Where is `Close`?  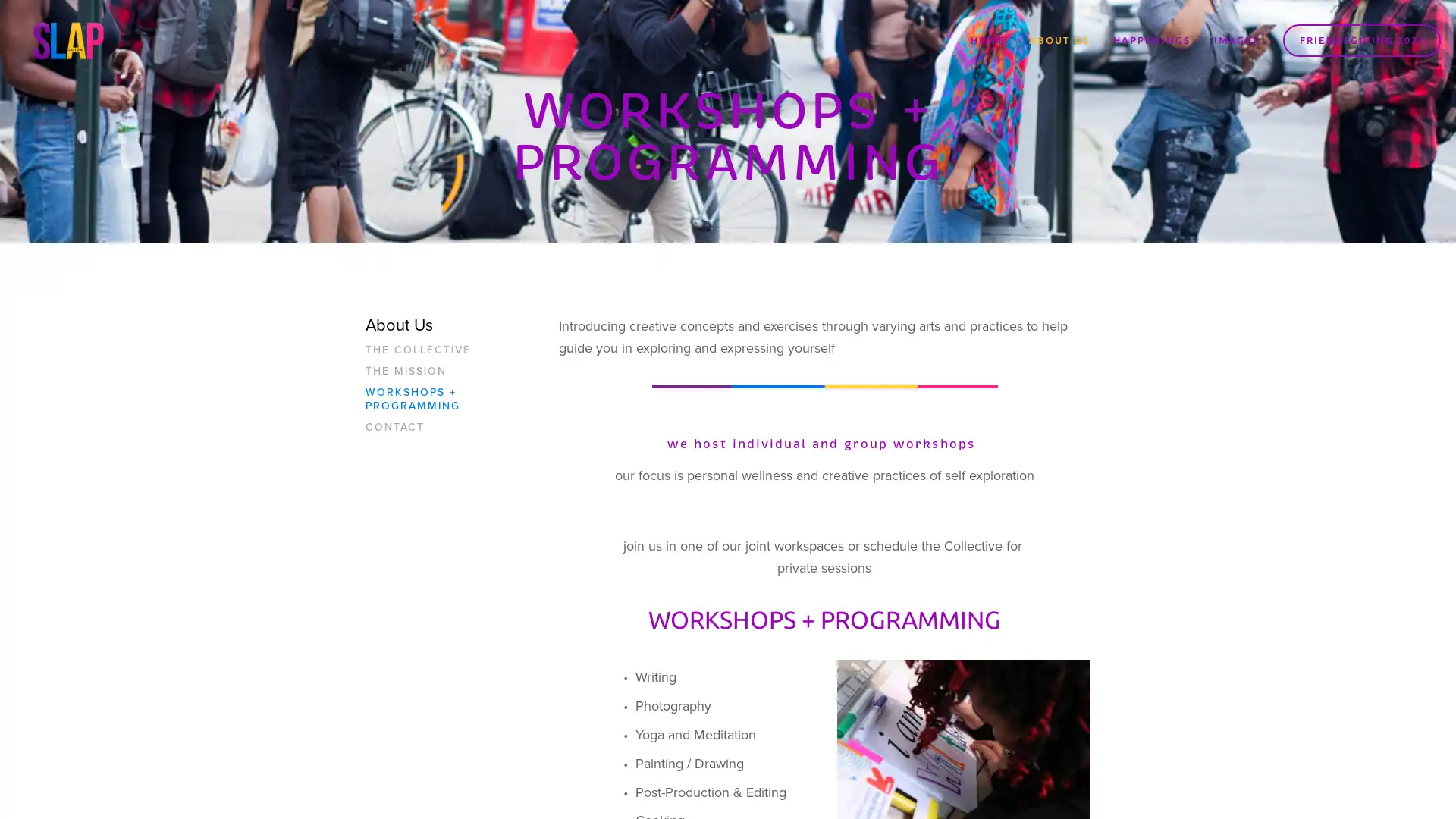
Close is located at coordinates (952, 235).